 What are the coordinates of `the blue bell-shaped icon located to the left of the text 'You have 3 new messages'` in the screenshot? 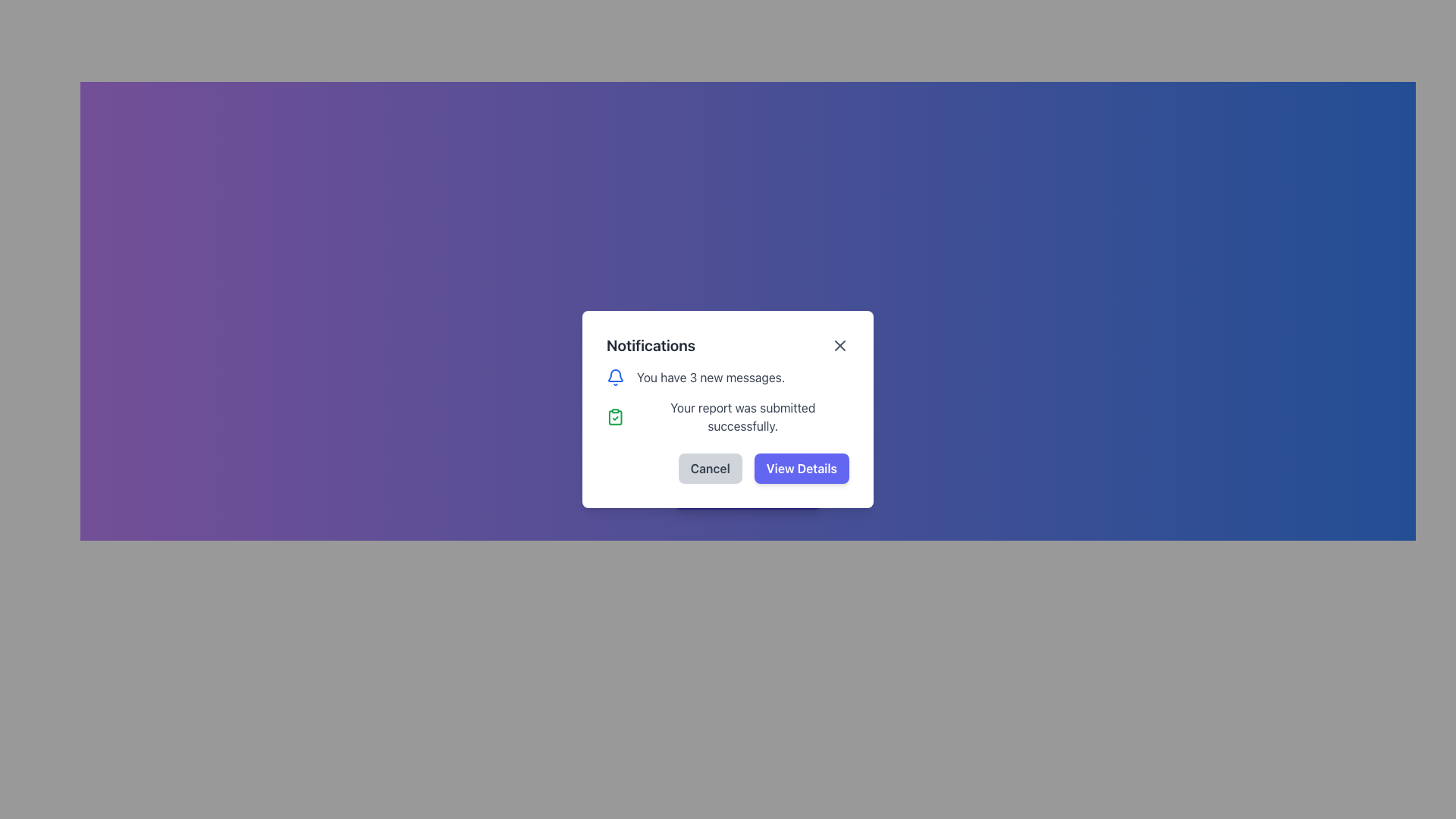 It's located at (615, 376).